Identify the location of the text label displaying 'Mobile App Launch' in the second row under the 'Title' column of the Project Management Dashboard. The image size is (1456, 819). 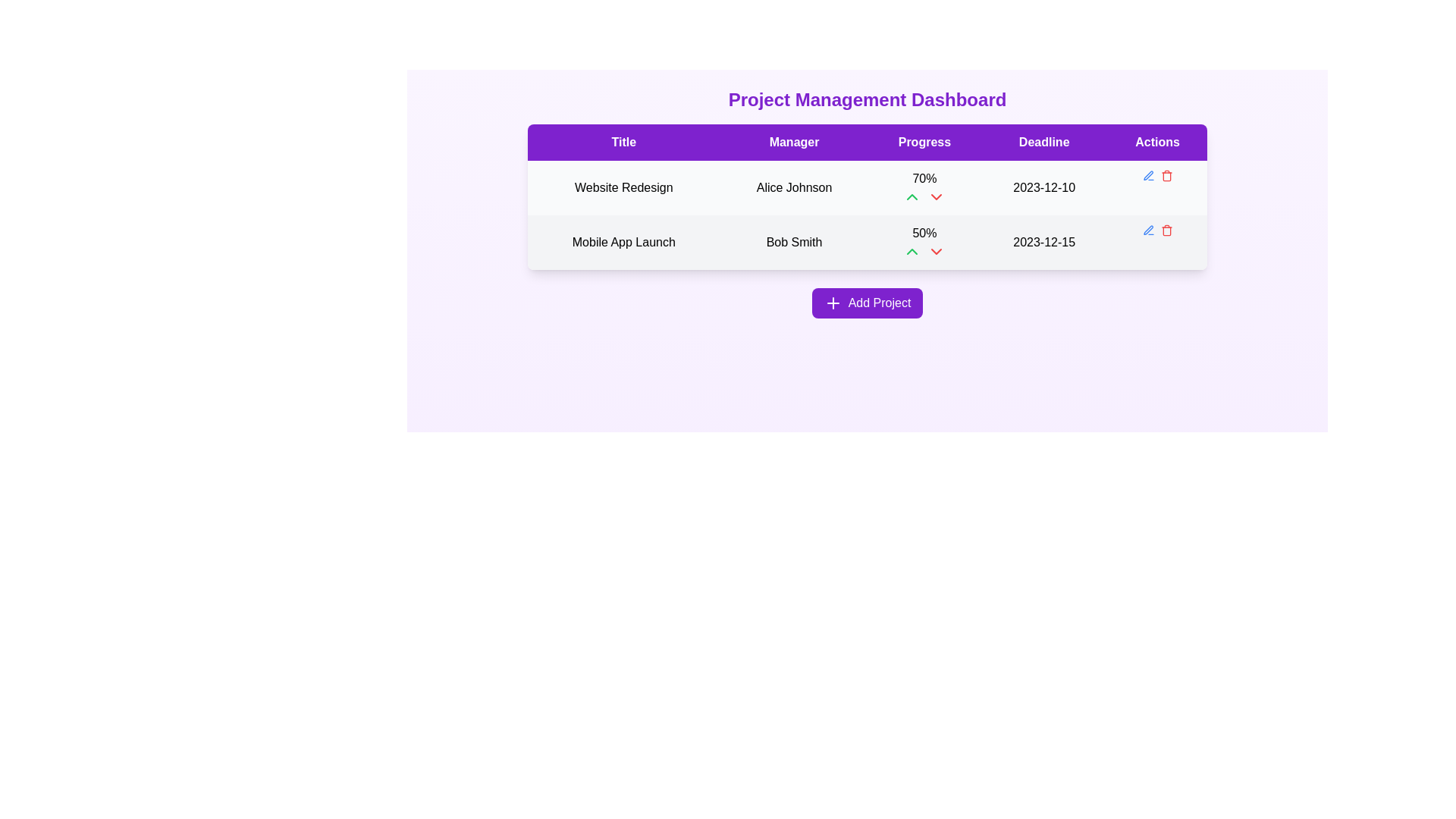
(623, 242).